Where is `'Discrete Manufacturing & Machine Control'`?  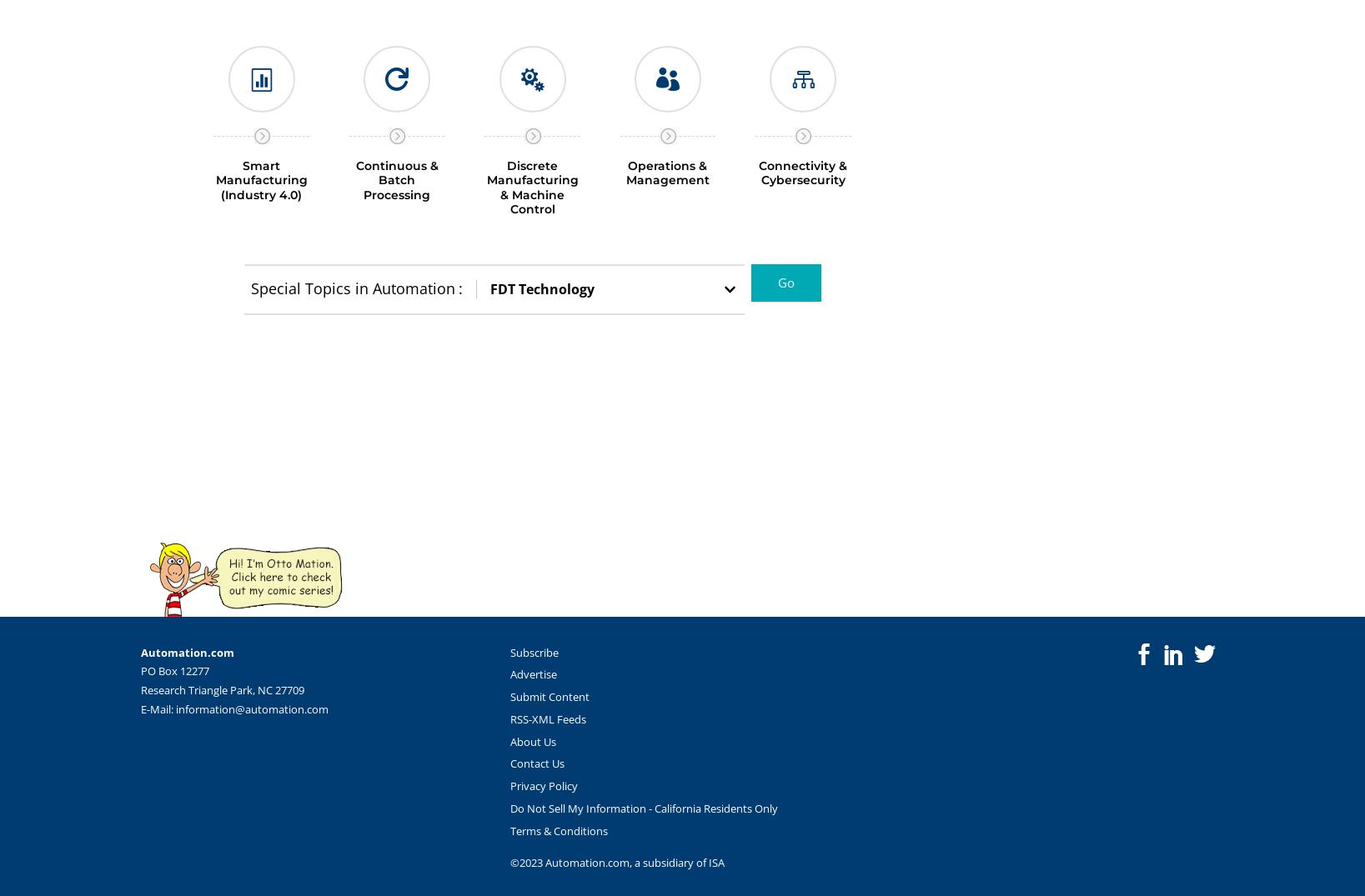 'Discrete Manufacturing & Machine Control' is located at coordinates (530, 186).